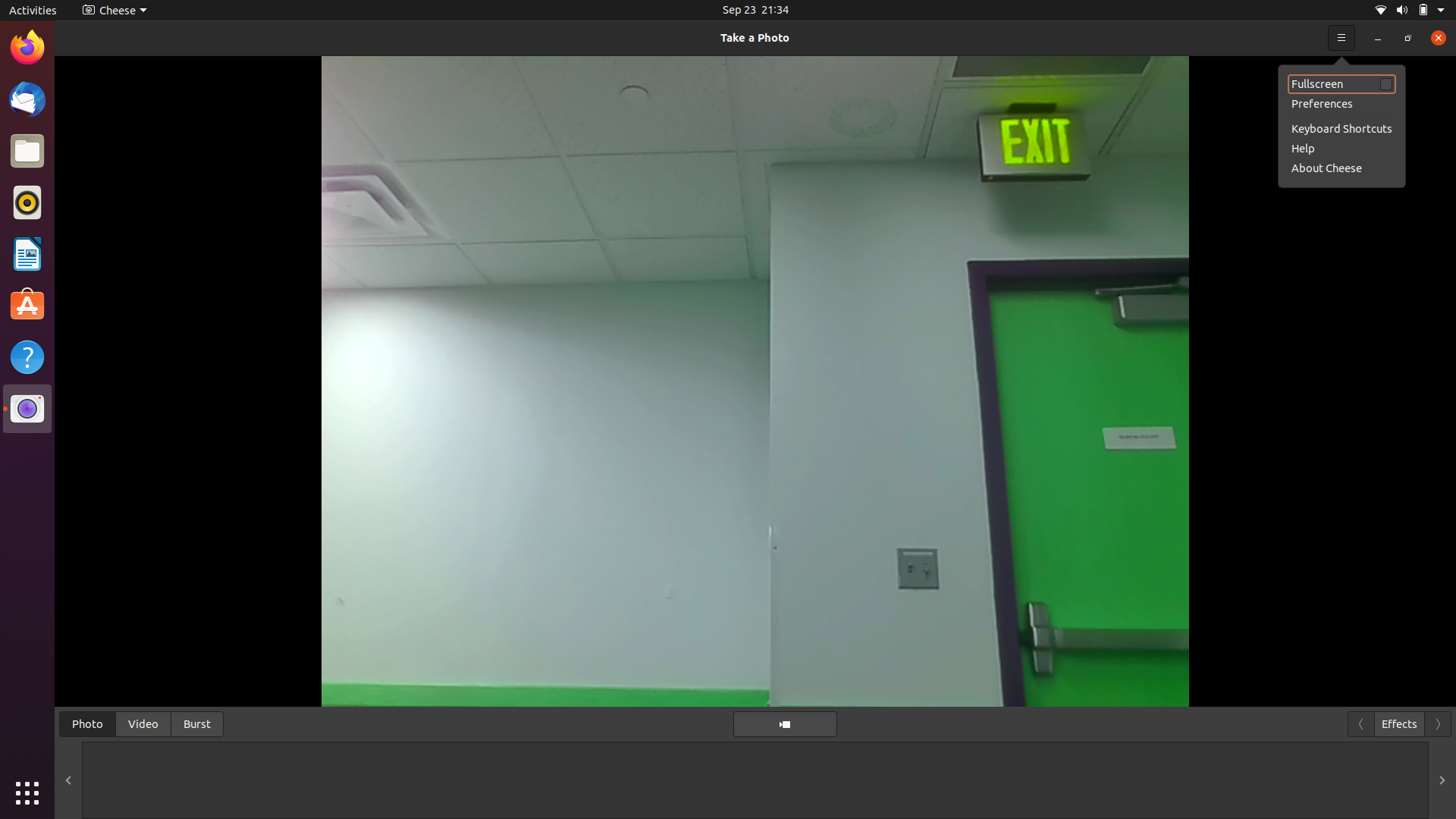 The width and height of the screenshot is (1456, 819). I want to click on keyboard shortcuts list, so click(1341, 36).